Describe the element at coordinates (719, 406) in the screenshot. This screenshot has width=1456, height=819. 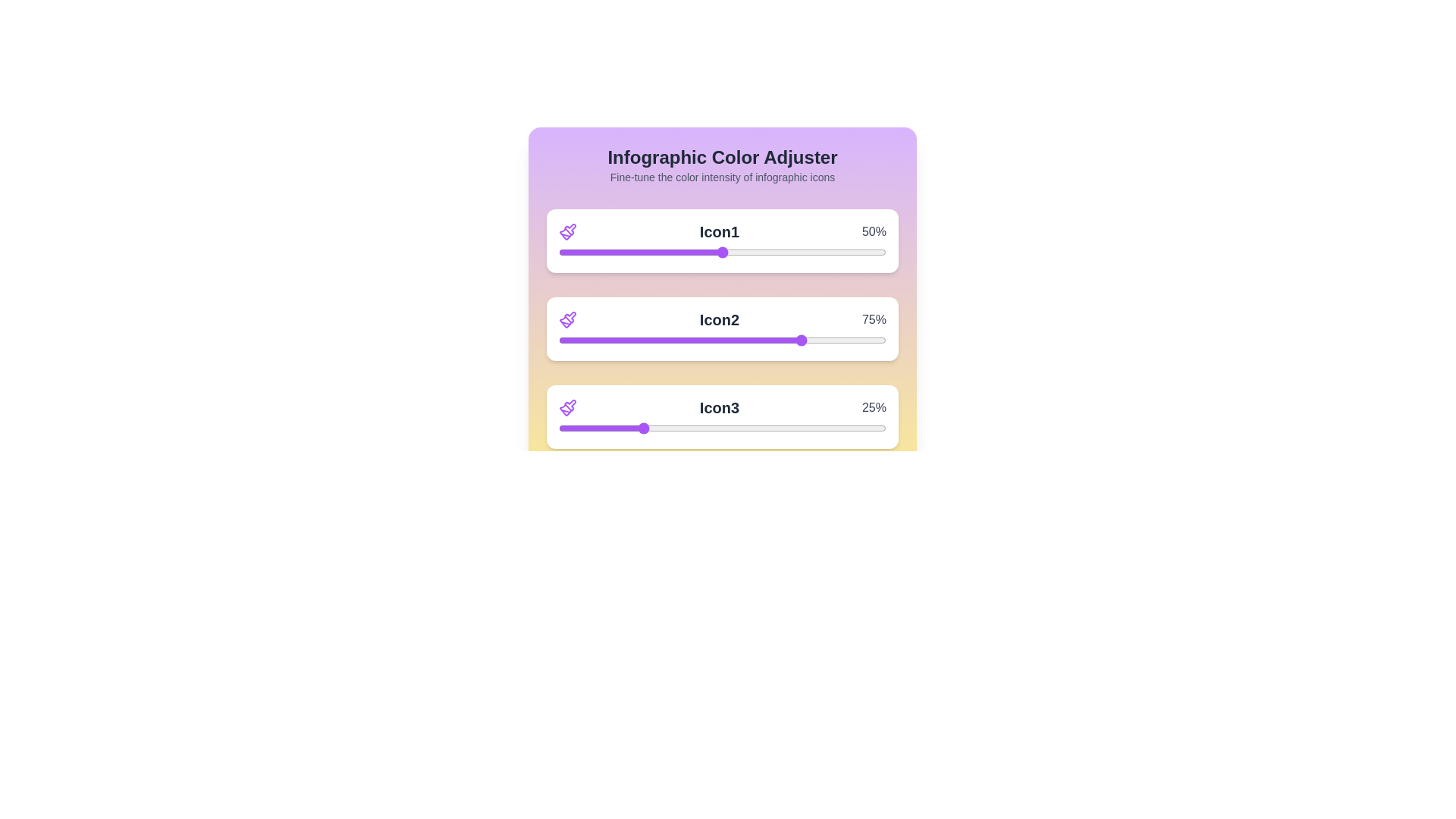
I see `the label of Icon3 to focus on its description` at that location.